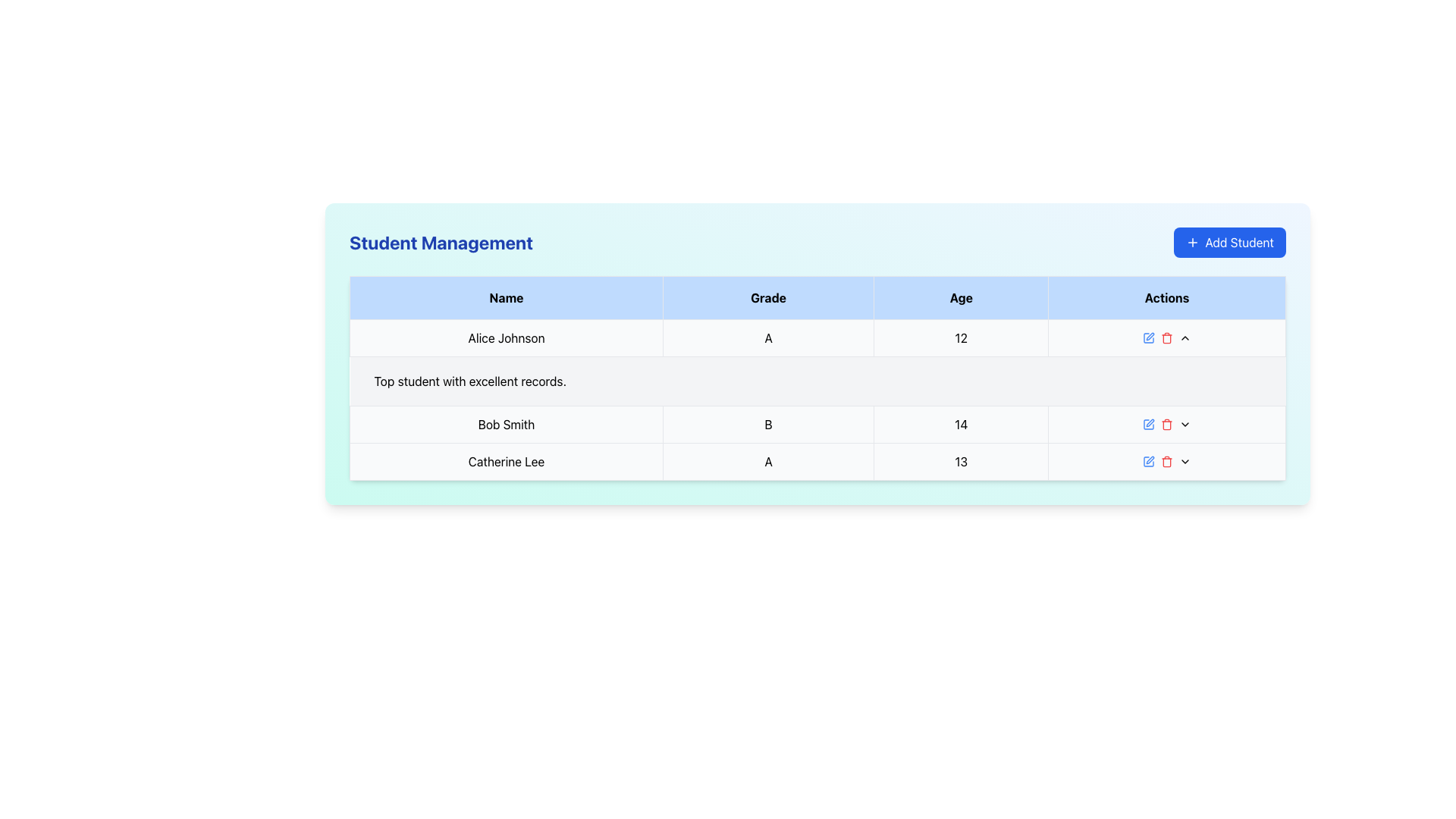 The width and height of the screenshot is (1456, 819). Describe the element at coordinates (1149, 424) in the screenshot. I see `the first interactive button in the 'Actions' column for the row corresponding to the student 'Bob Smith' to initiate editing` at that location.